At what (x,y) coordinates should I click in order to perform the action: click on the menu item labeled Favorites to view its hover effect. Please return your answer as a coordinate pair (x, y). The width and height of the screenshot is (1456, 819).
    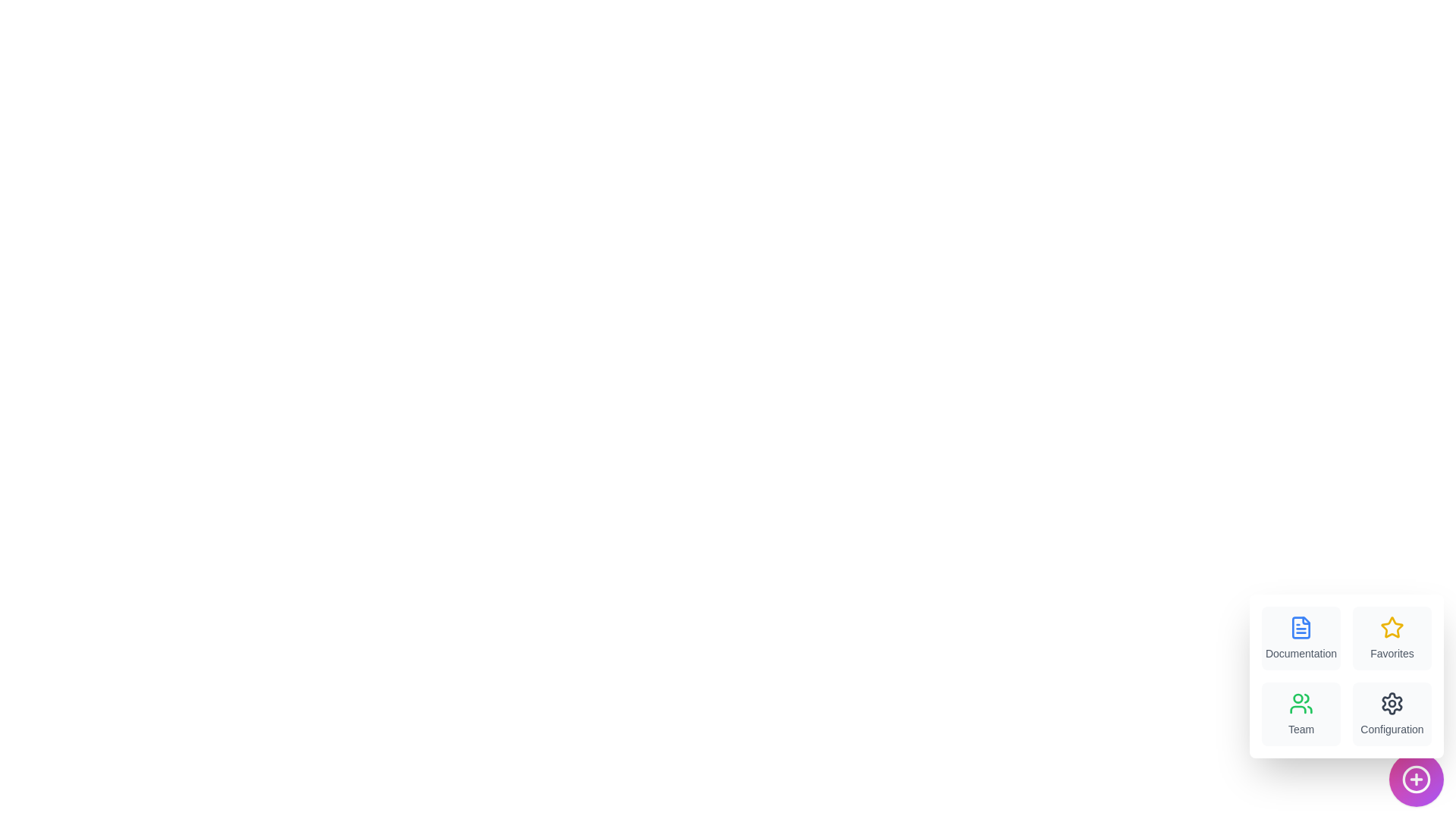
    Looking at the image, I should click on (1392, 638).